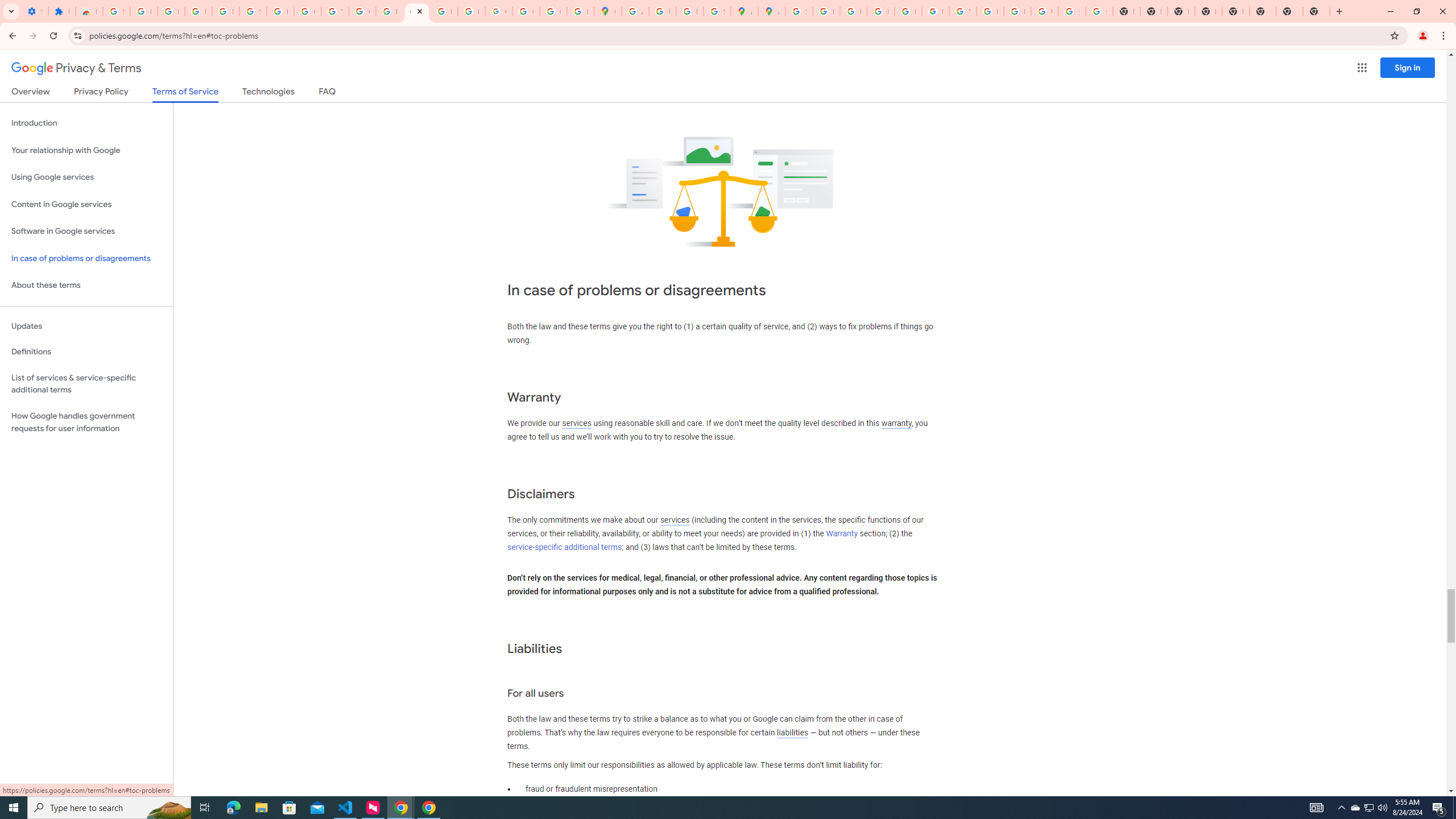 The height and width of the screenshot is (819, 1456). I want to click on 'service-specific additional terms', so click(564, 547).